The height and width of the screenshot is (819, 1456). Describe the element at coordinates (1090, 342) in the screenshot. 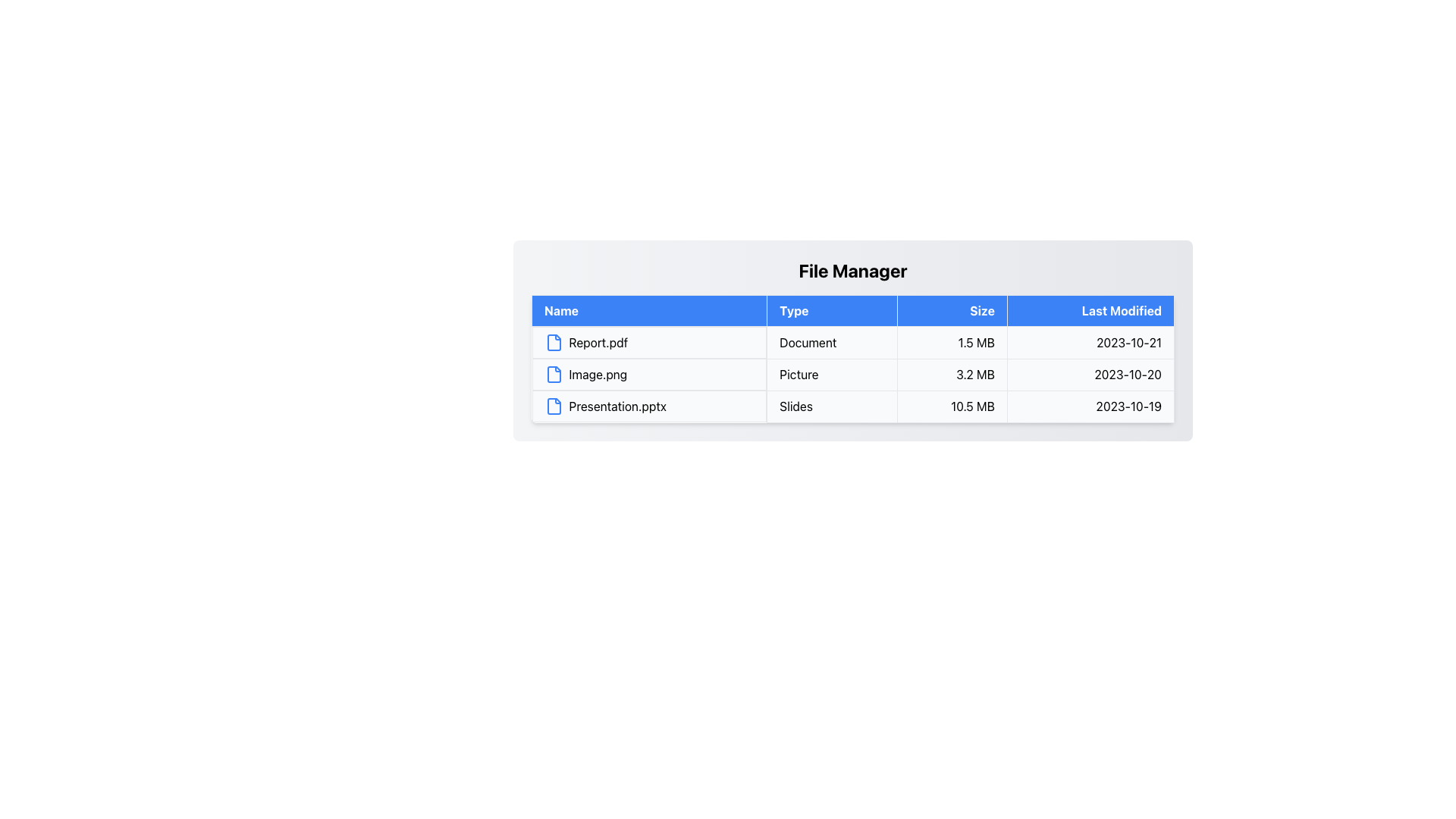

I see `text content displayed in the fourth column under the 'Last Modified' header for the file 'Report.pdf'` at that location.